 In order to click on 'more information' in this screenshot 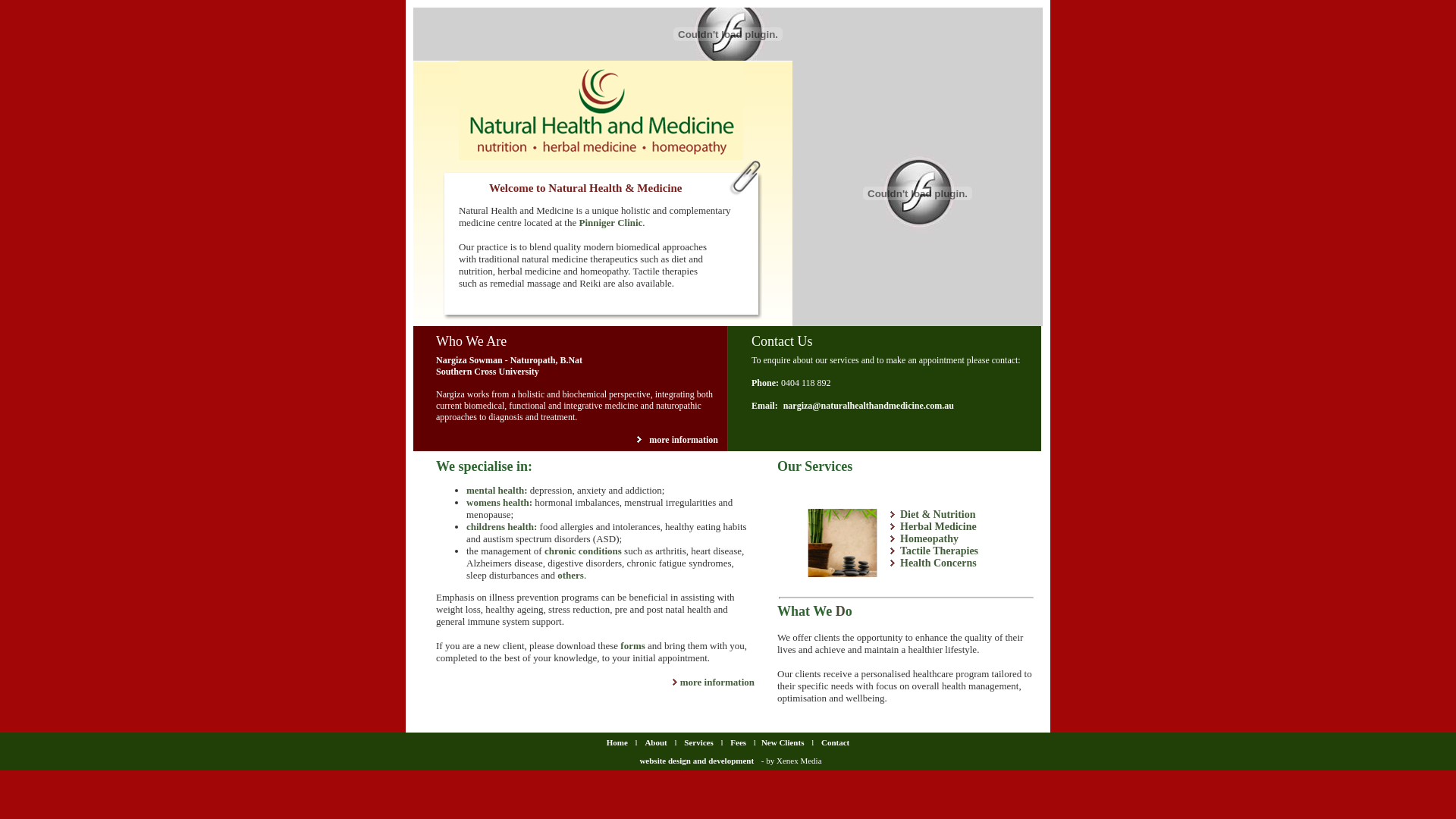, I will do `click(716, 681)`.